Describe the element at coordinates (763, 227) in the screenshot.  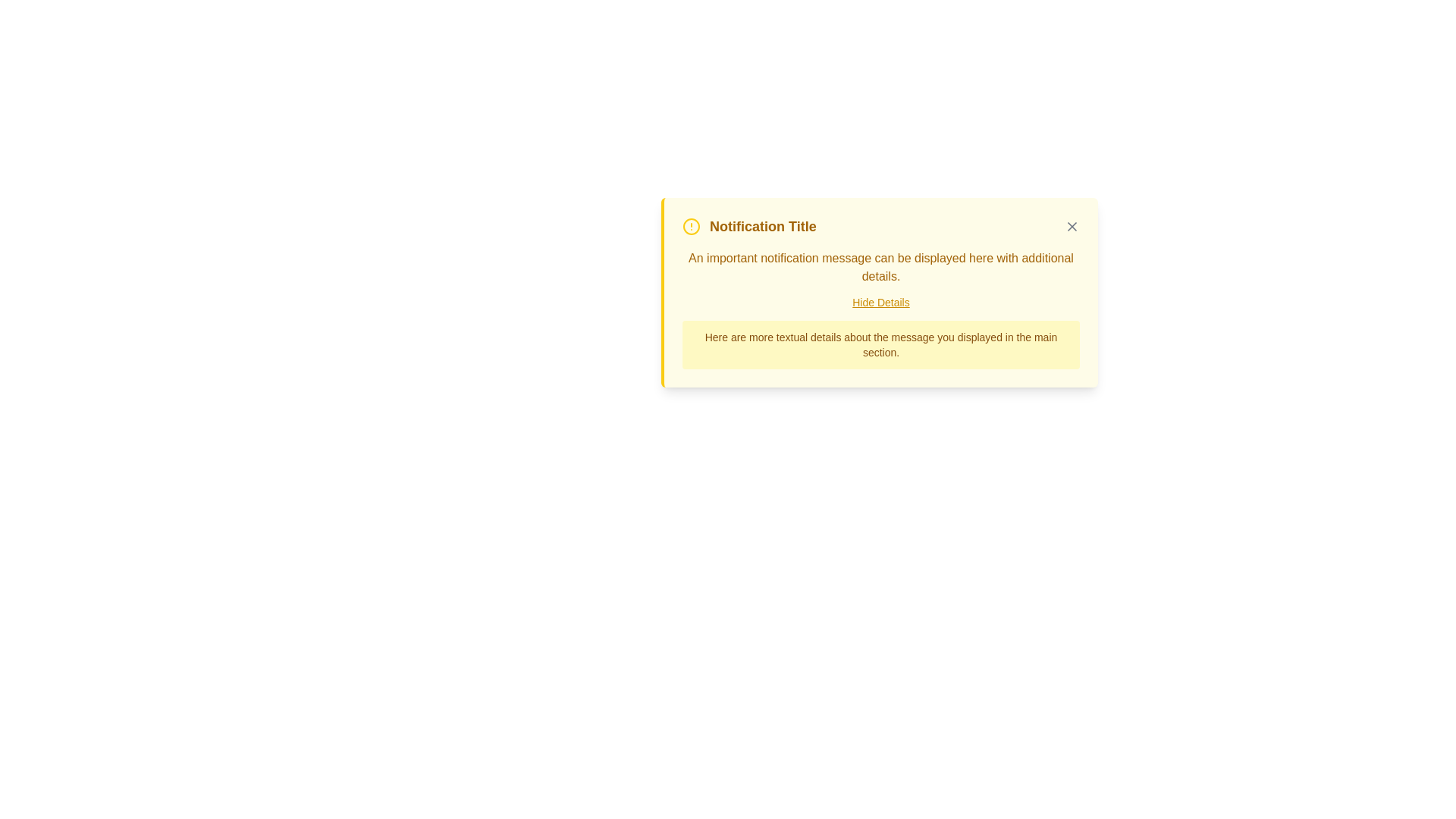
I see `text content from the title Text Label located in the top-left section of the notification card, positioned to the right of a yellow circular icon` at that location.